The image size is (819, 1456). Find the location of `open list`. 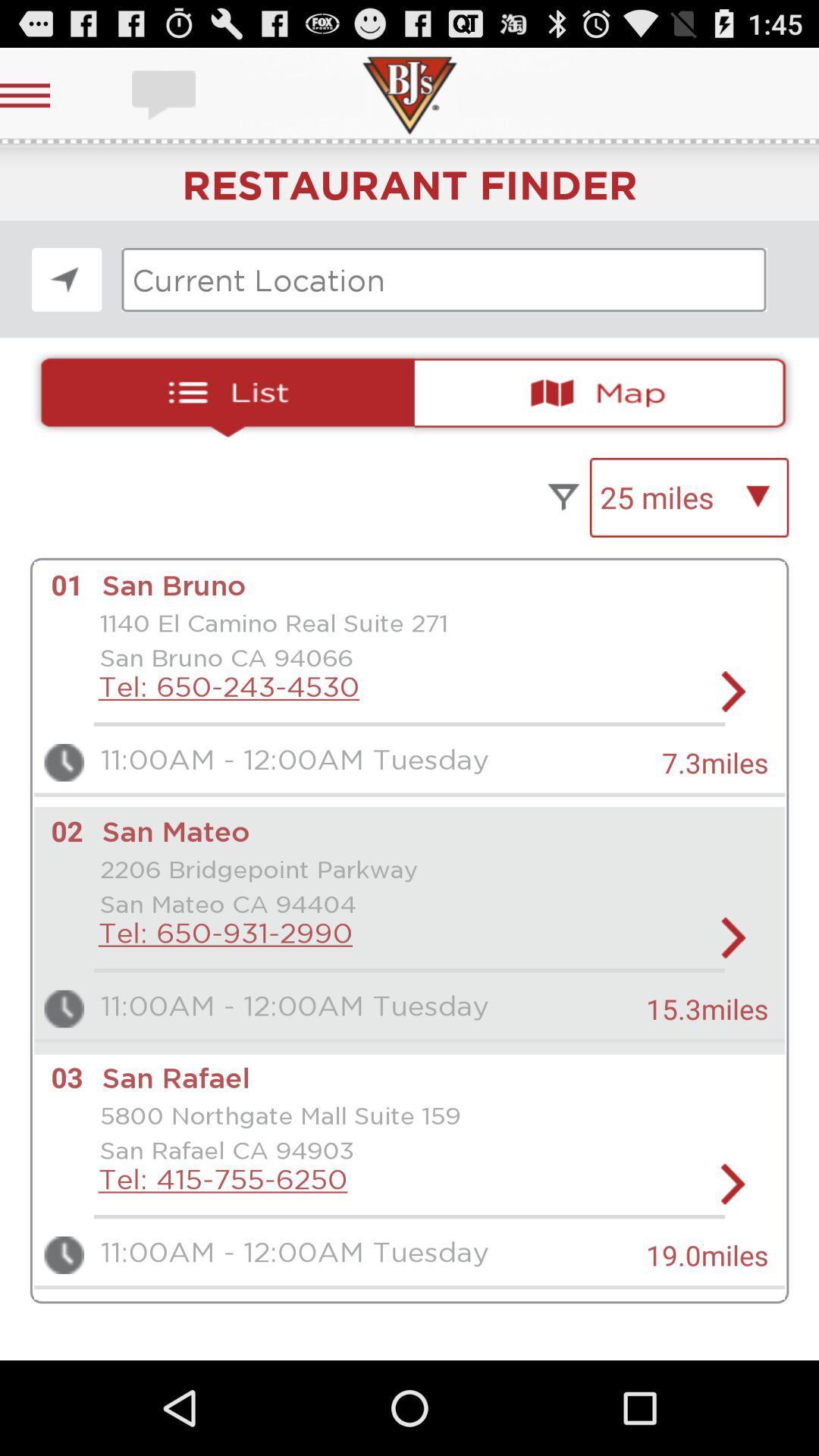

open list is located at coordinates (222, 393).